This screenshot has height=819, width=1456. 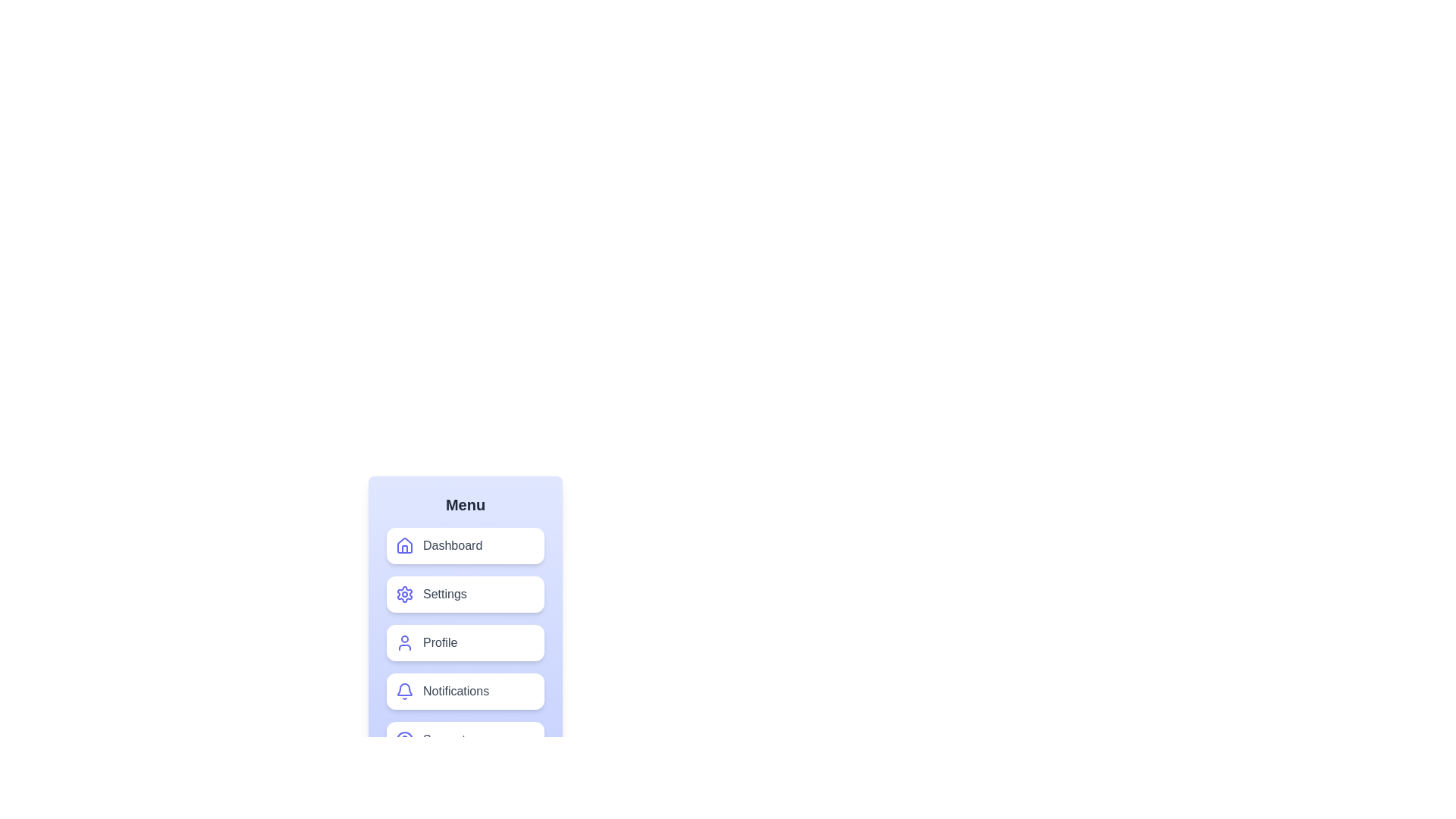 I want to click on the third navigation button in the vertically stacked menu list to change its color, so click(x=465, y=643).